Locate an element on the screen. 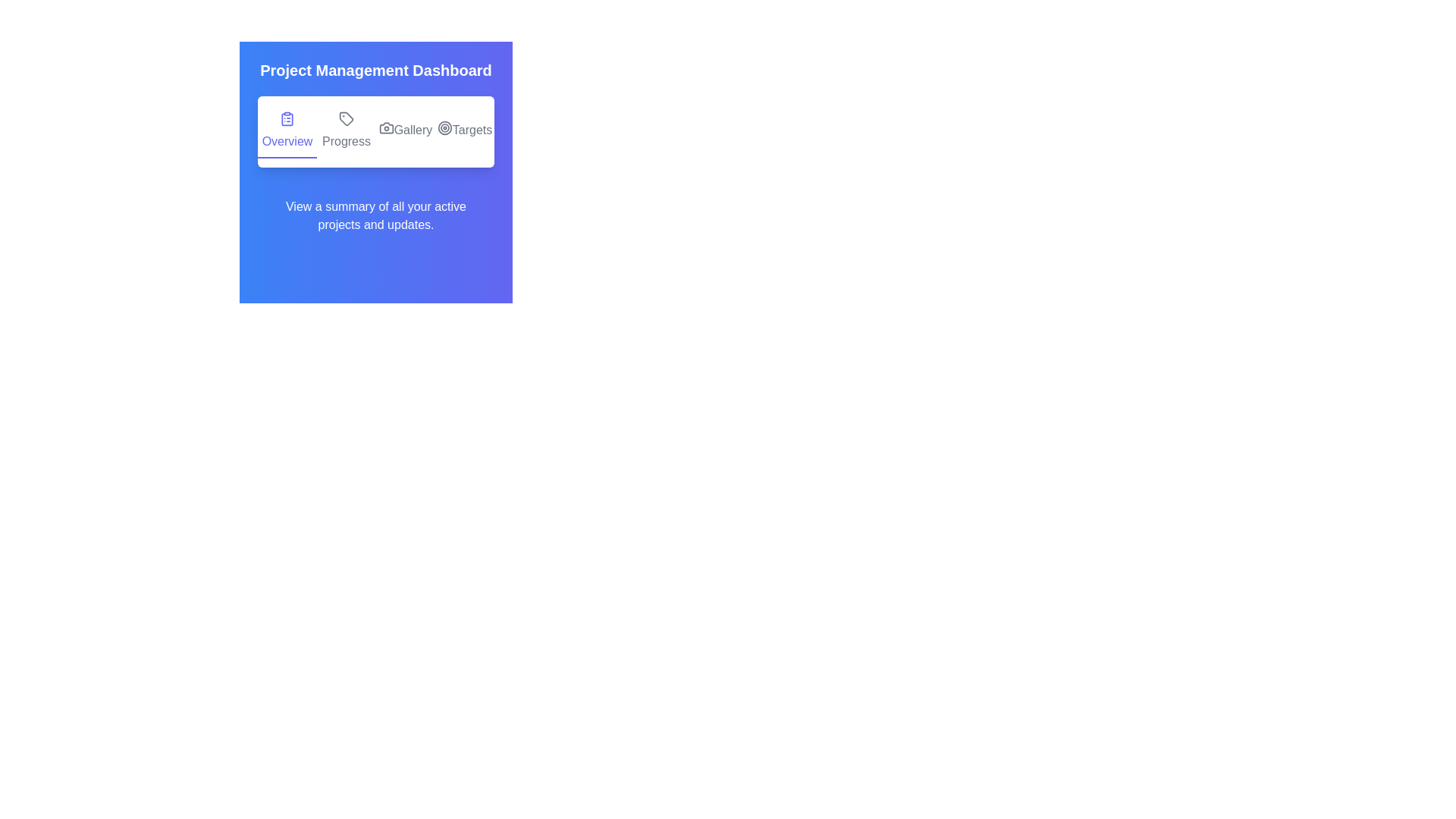 The height and width of the screenshot is (819, 1456). the header labeled 'Project Management Dashboard' to focus or highlight it is located at coordinates (375, 70).